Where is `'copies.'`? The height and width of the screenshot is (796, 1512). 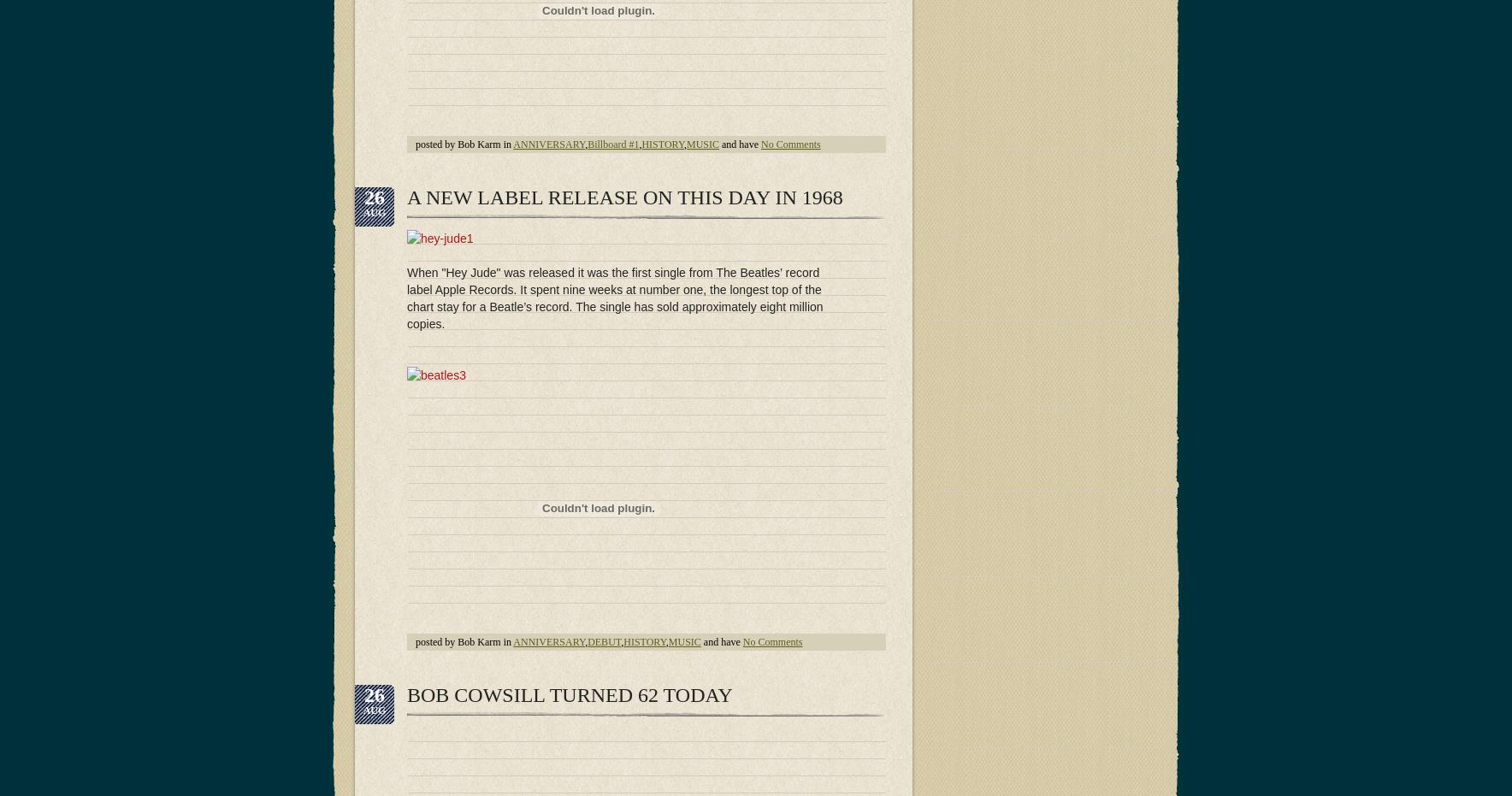 'copies.' is located at coordinates (405, 322).